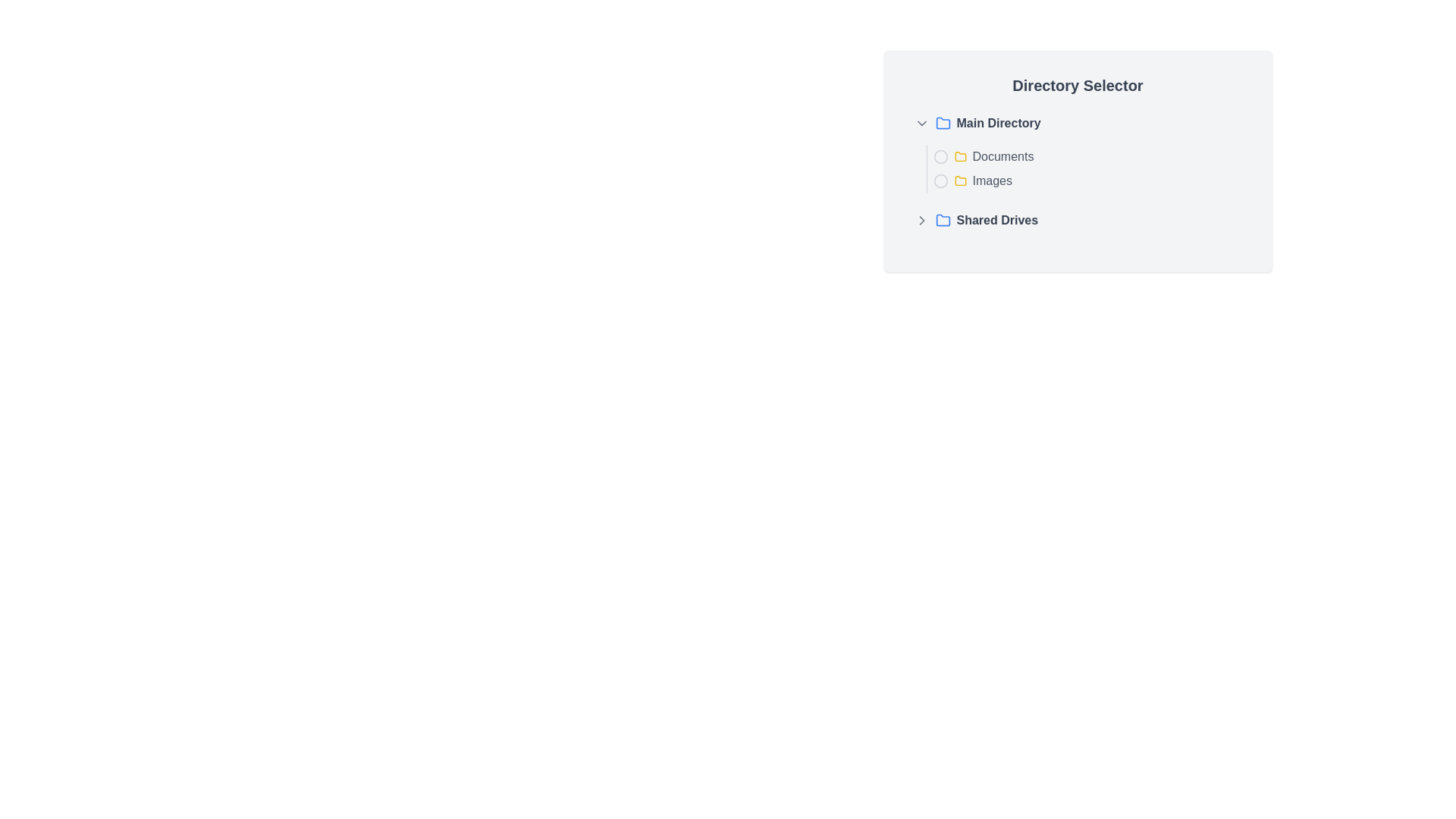  Describe the element at coordinates (959, 157) in the screenshot. I see `the folder icon with a yellow fill and thin outline located next to the text 'Documents' in the directory selection list` at that location.